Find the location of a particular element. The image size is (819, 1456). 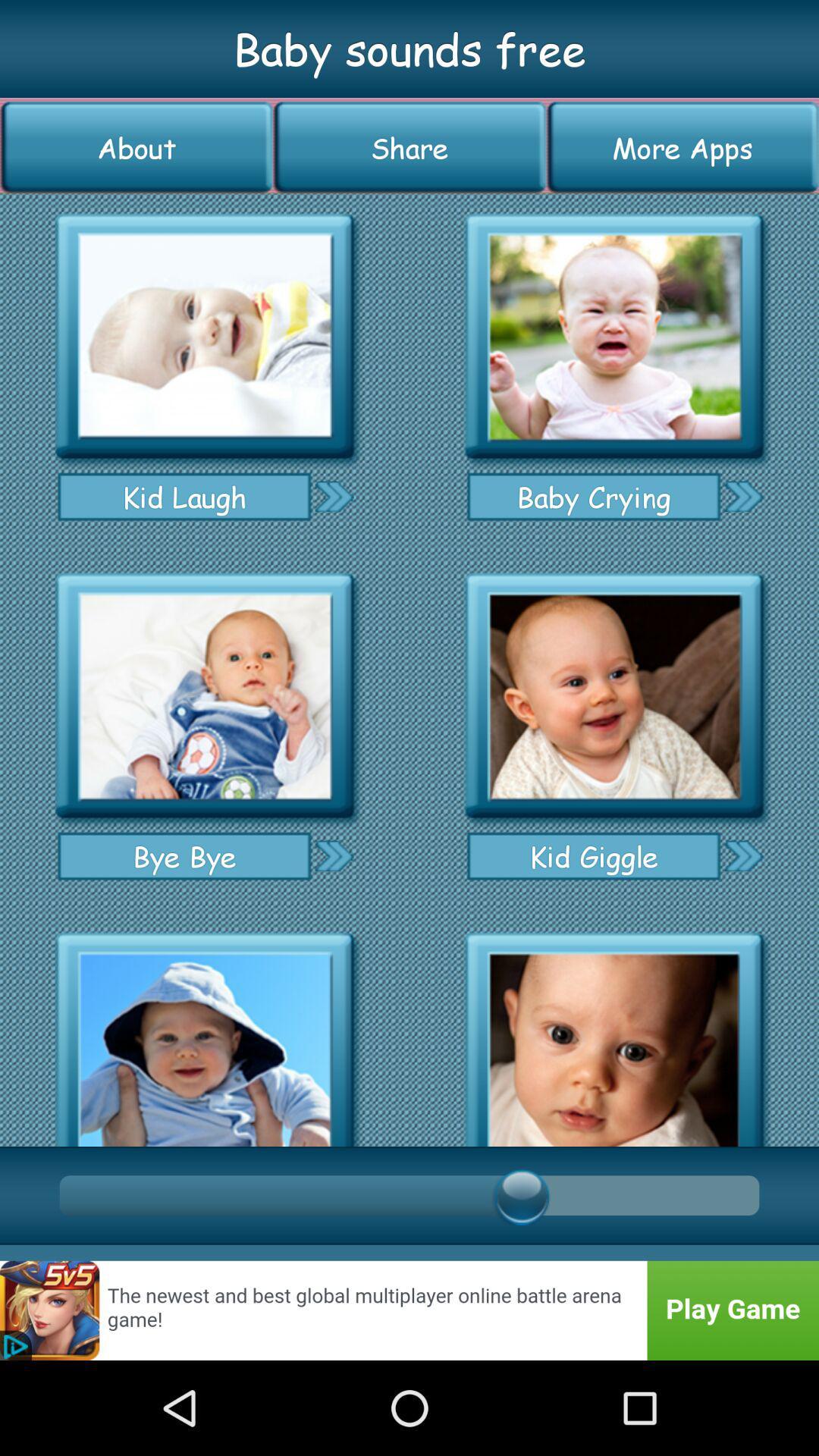

app advertisement option is located at coordinates (614, 695).